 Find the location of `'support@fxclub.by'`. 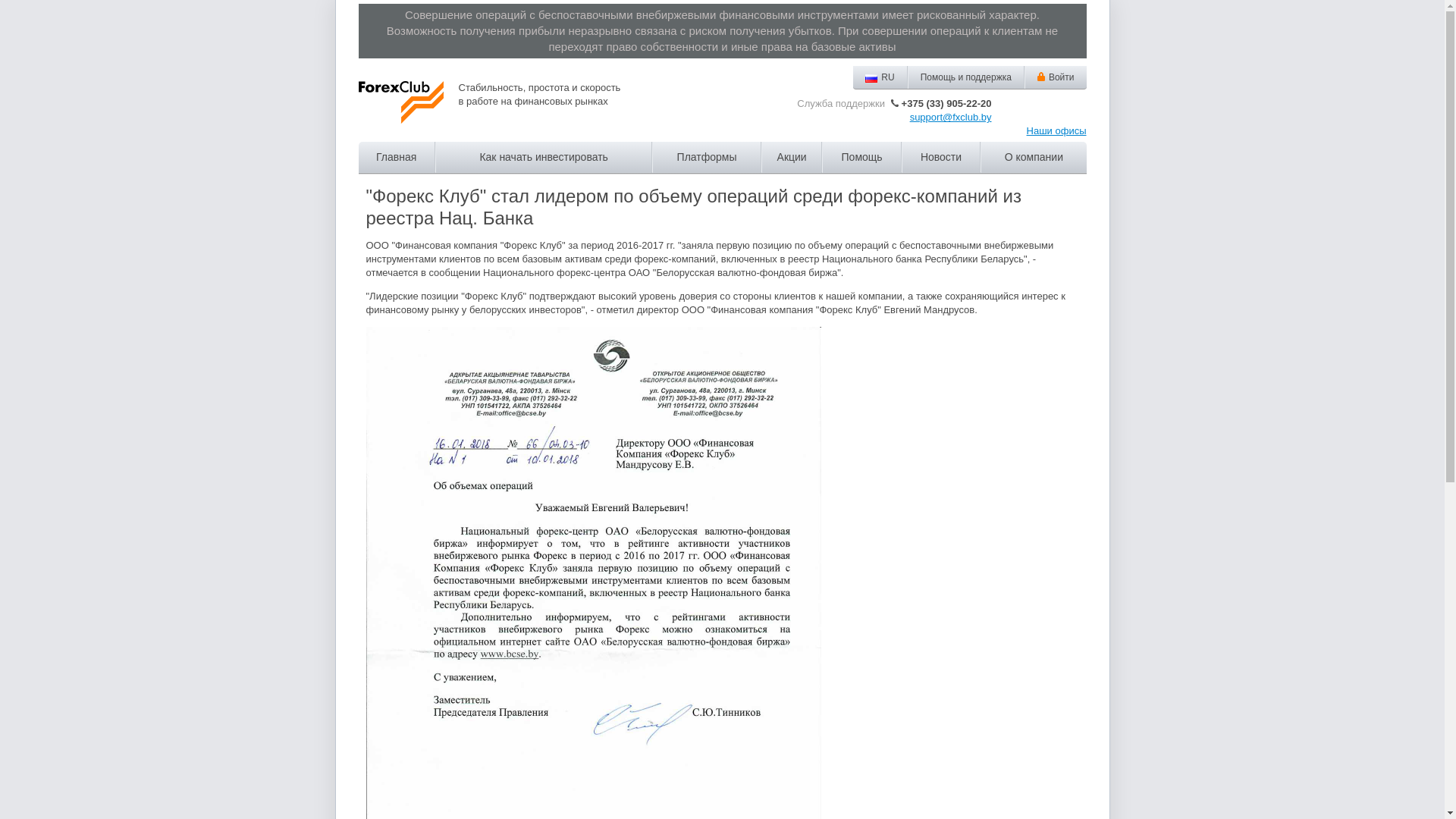

'support@fxclub.by' is located at coordinates (910, 116).